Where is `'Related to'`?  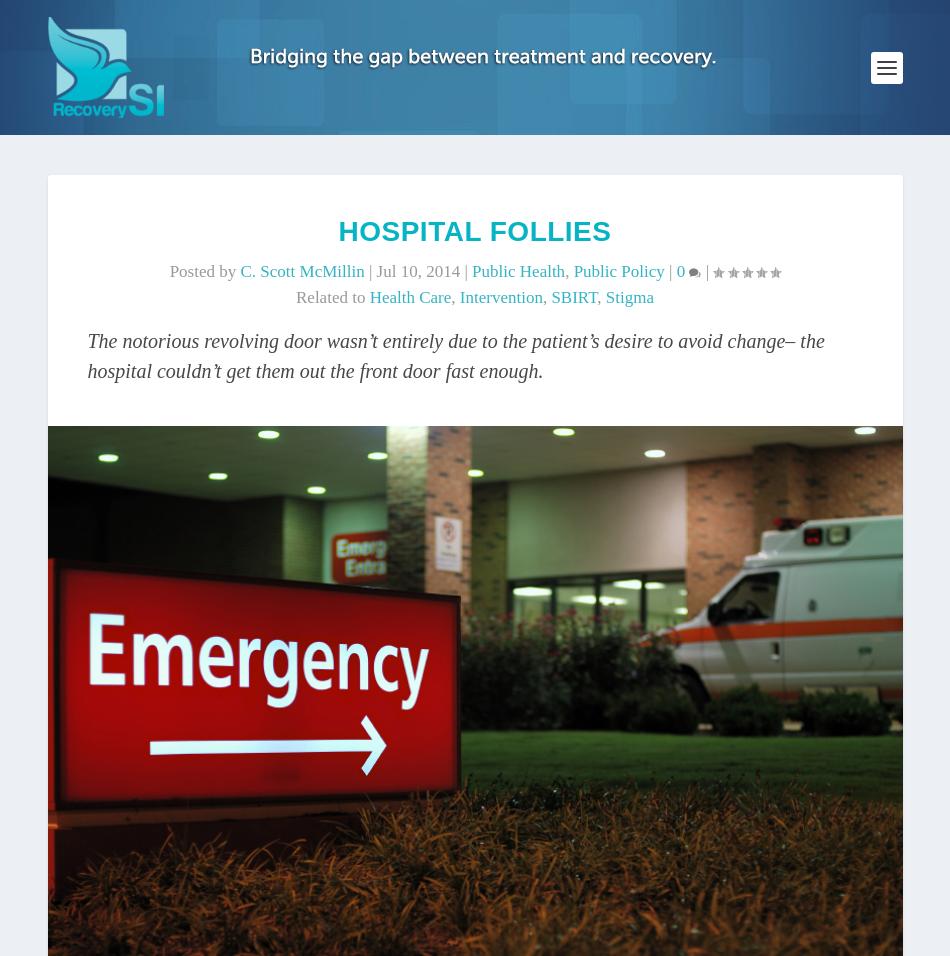
'Related to' is located at coordinates (331, 296).